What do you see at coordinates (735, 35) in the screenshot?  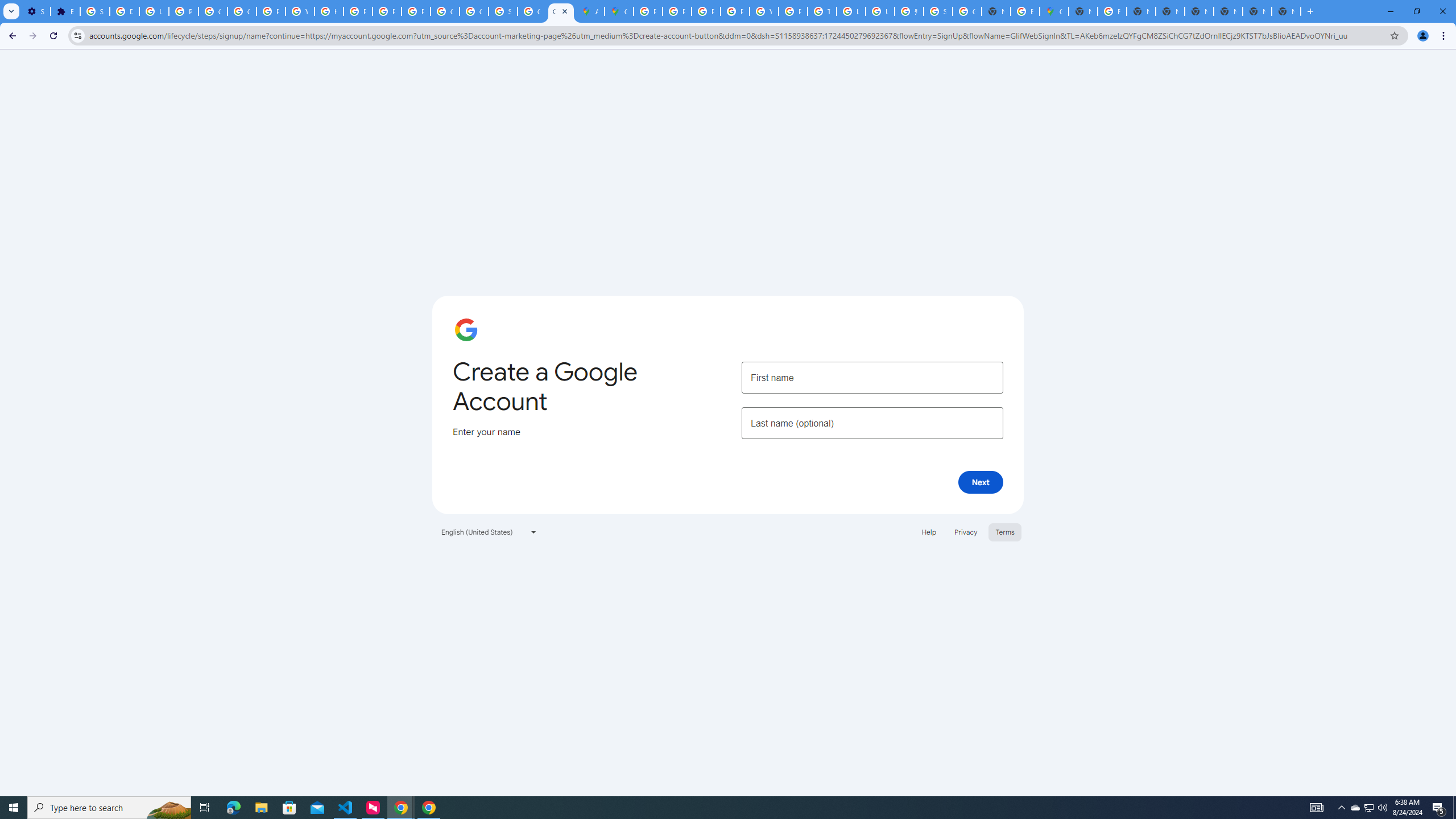 I see `'Address and search bar'` at bounding box center [735, 35].